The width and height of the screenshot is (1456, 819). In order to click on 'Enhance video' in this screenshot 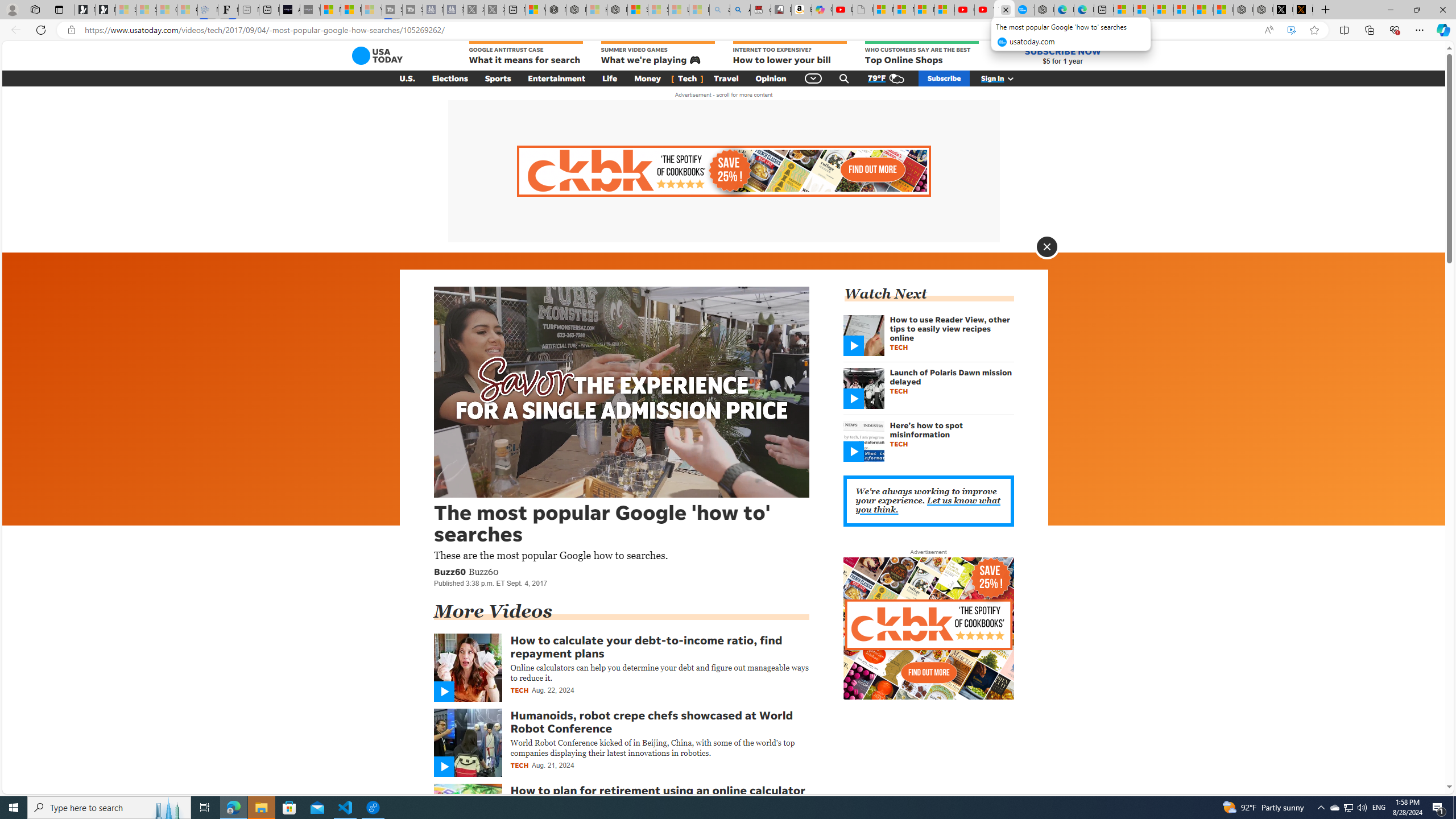, I will do `click(1291, 30)`.